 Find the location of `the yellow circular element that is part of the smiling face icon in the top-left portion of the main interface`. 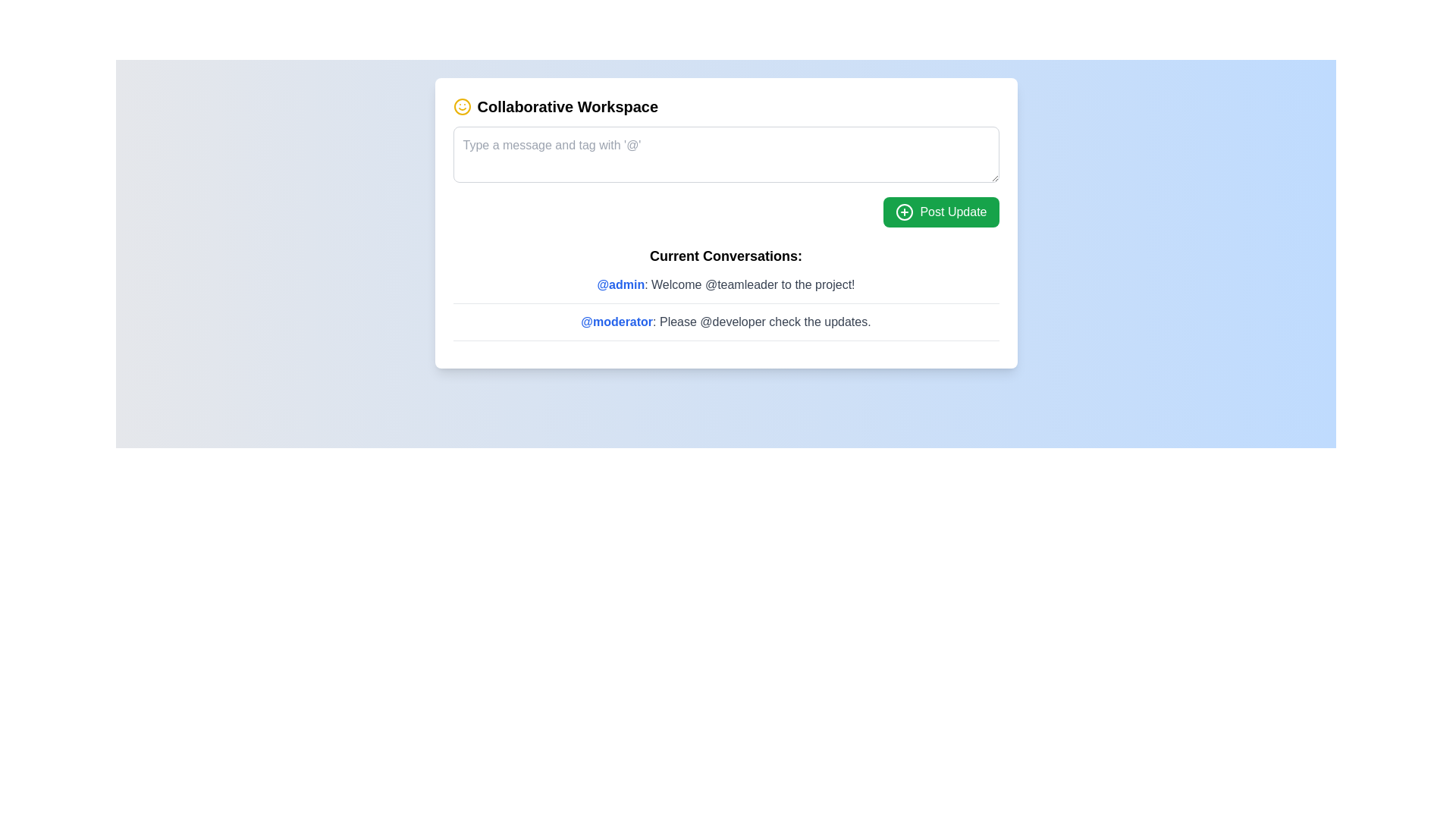

the yellow circular element that is part of the smiling face icon in the top-left portion of the main interface is located at coordinates (461, 106).